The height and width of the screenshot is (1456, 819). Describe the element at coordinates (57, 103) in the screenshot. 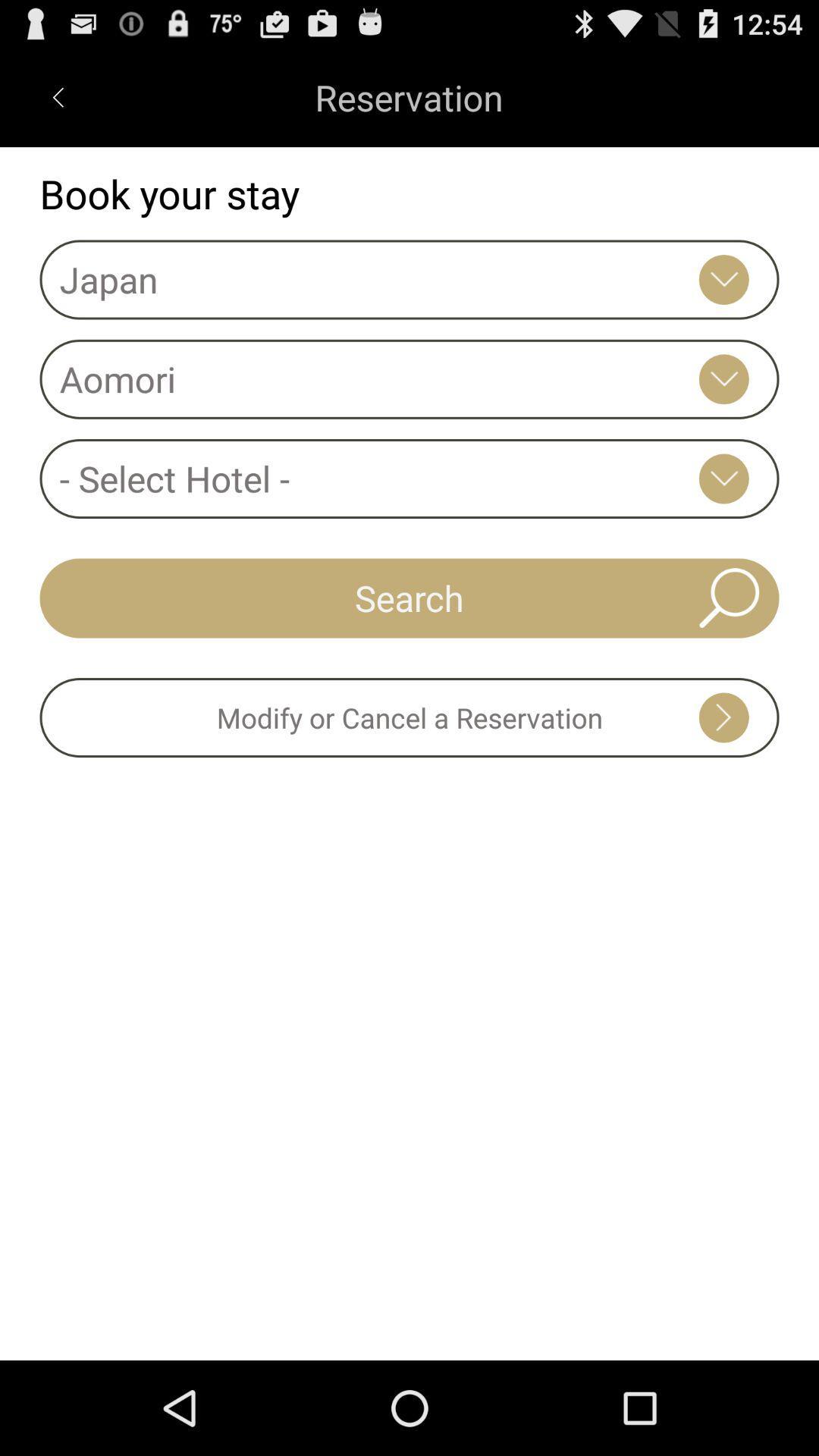

I see `the arrow_backward icon` at that location.